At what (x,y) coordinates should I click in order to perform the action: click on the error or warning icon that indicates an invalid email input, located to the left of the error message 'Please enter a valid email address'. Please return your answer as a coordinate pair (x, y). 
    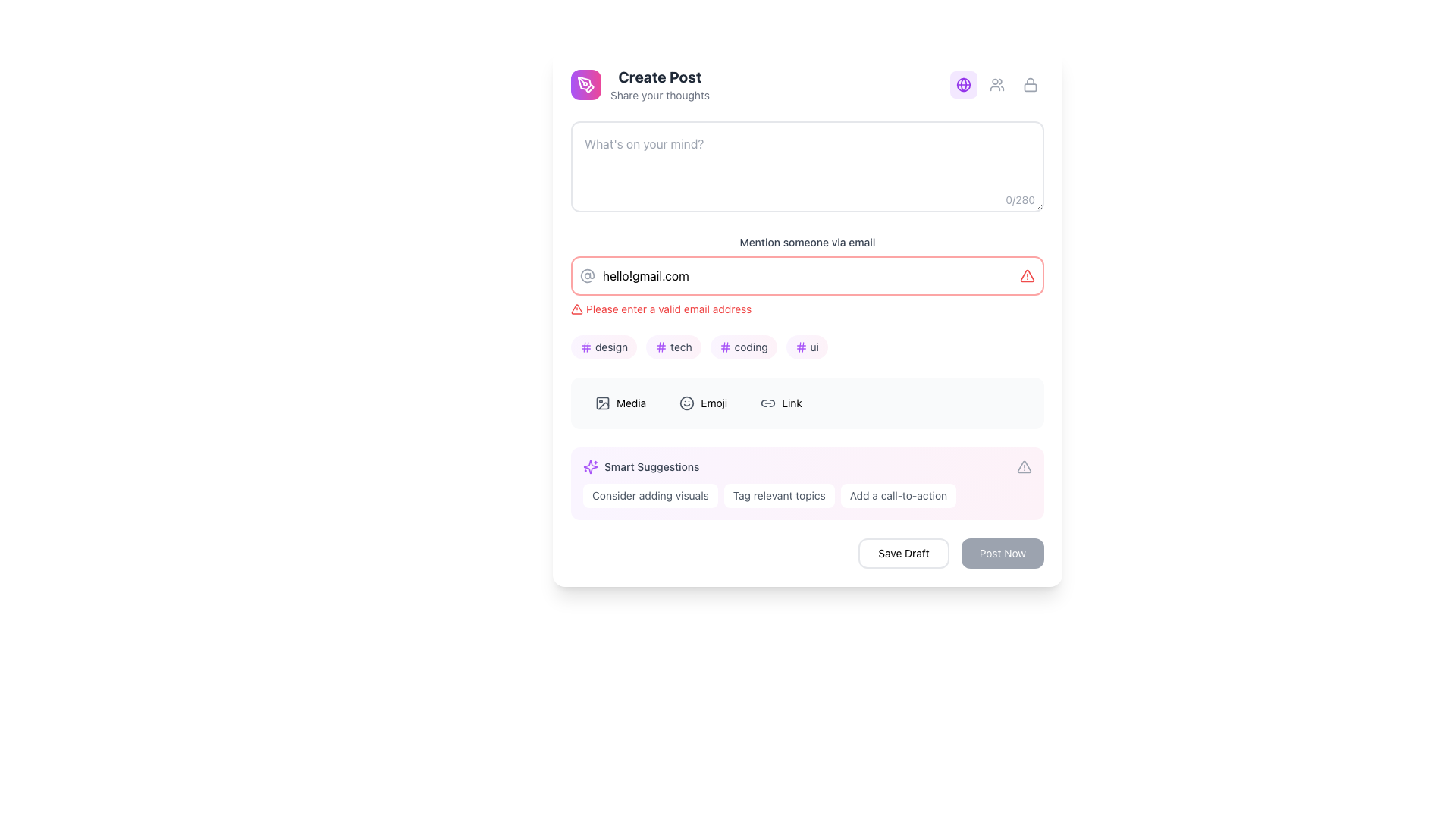
    Looking at the image, I should click on (576, 309).